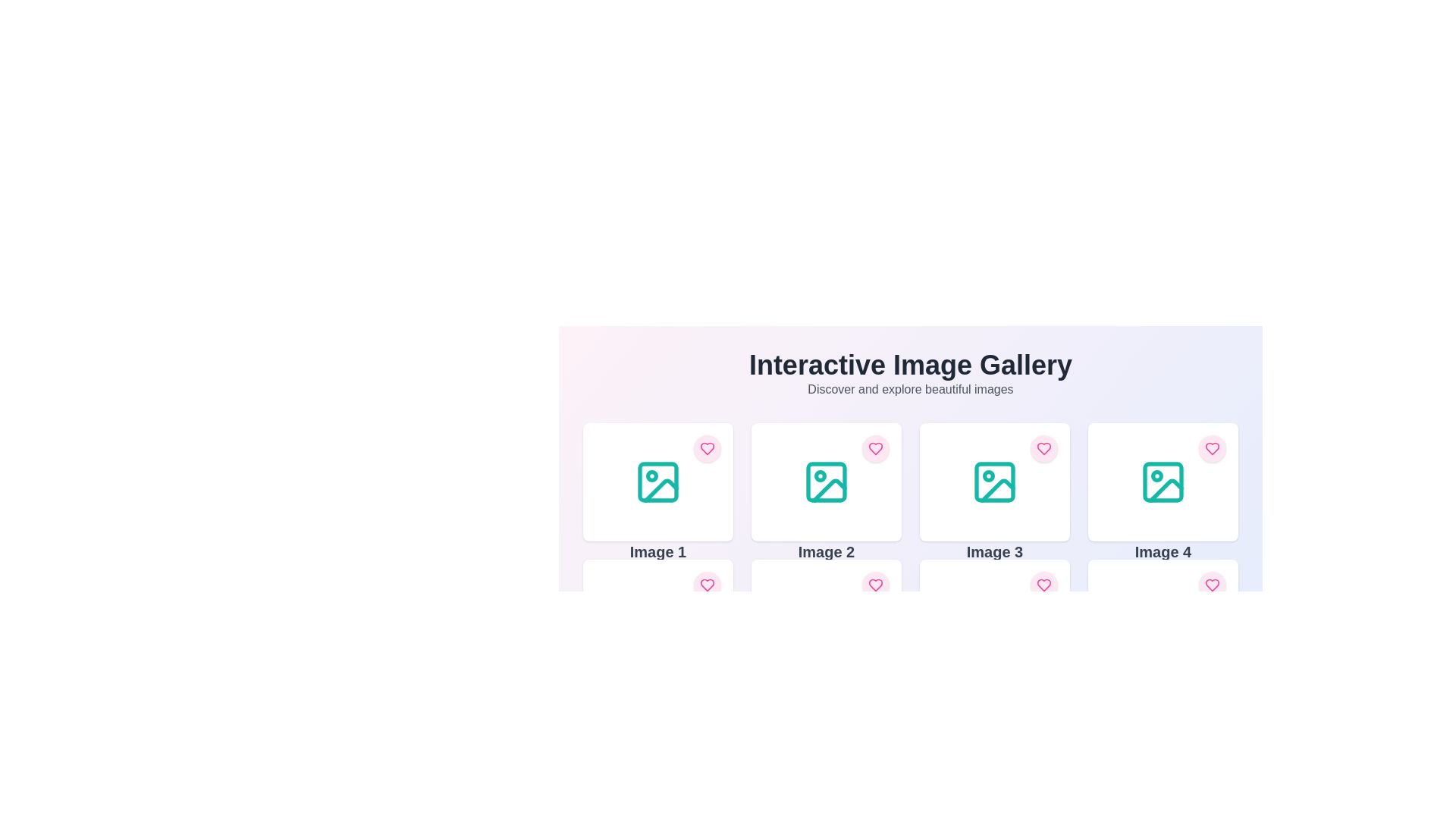  Describe the element at coordinates (819, 475) in the screenshot. I see `the decorative graphical circle within the image icon titled 'Image 2', positioned towards the upper left area of the icon` at that location.